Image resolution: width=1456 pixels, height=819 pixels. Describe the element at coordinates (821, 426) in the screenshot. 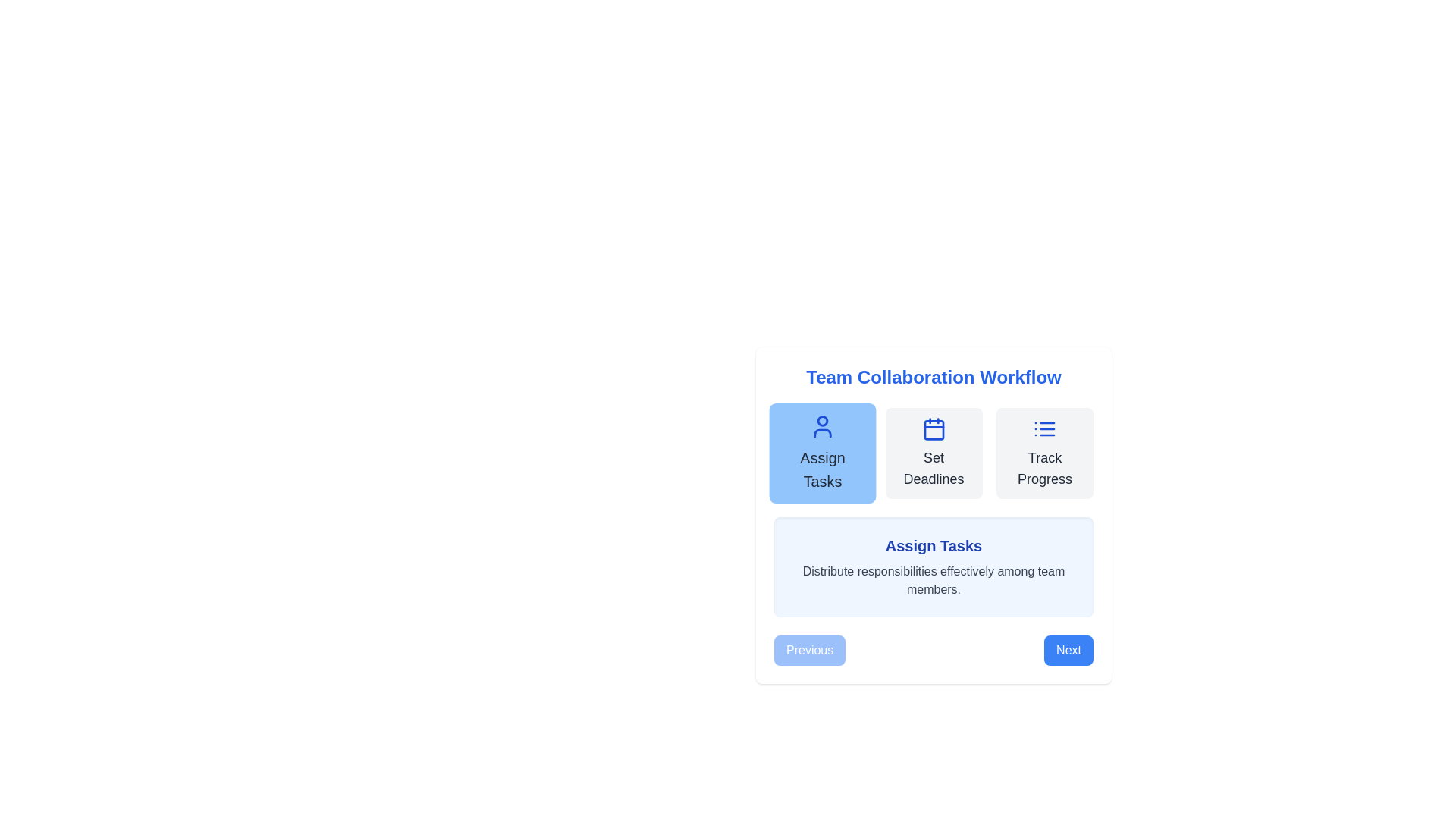

I see `the user icon, which is a blue head and shoulders silhouette located at the center-top of the 'Assign Tasks' card, for additional details` at that location.